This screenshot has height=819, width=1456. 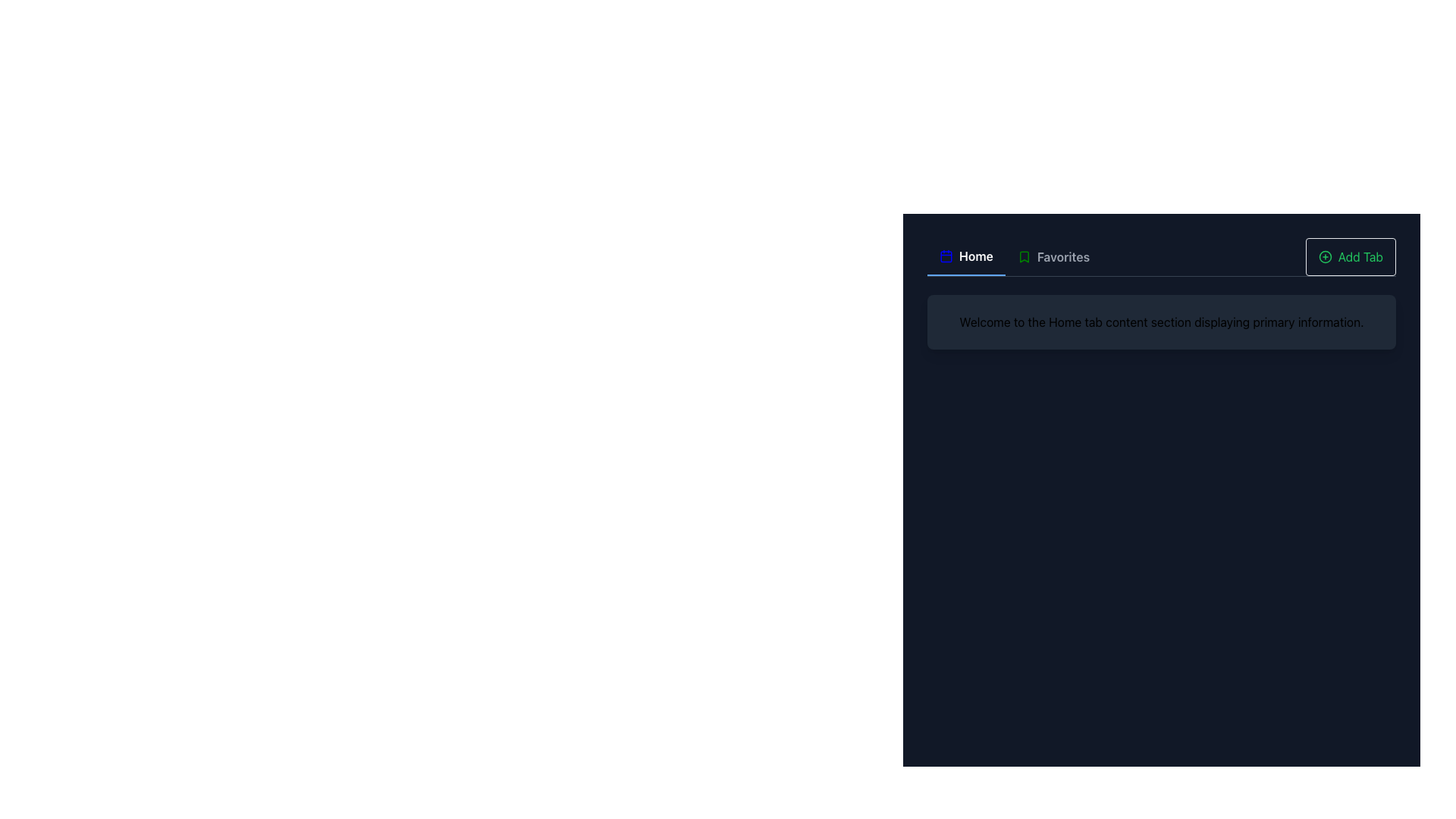 What do you see at coordinates (1062, 256) in the screenshot?
I see `text label that describes the function of the bookmark icon, located in the top navigation bar to the right of the green bookmark icon` at bounding box center [1062, 256].